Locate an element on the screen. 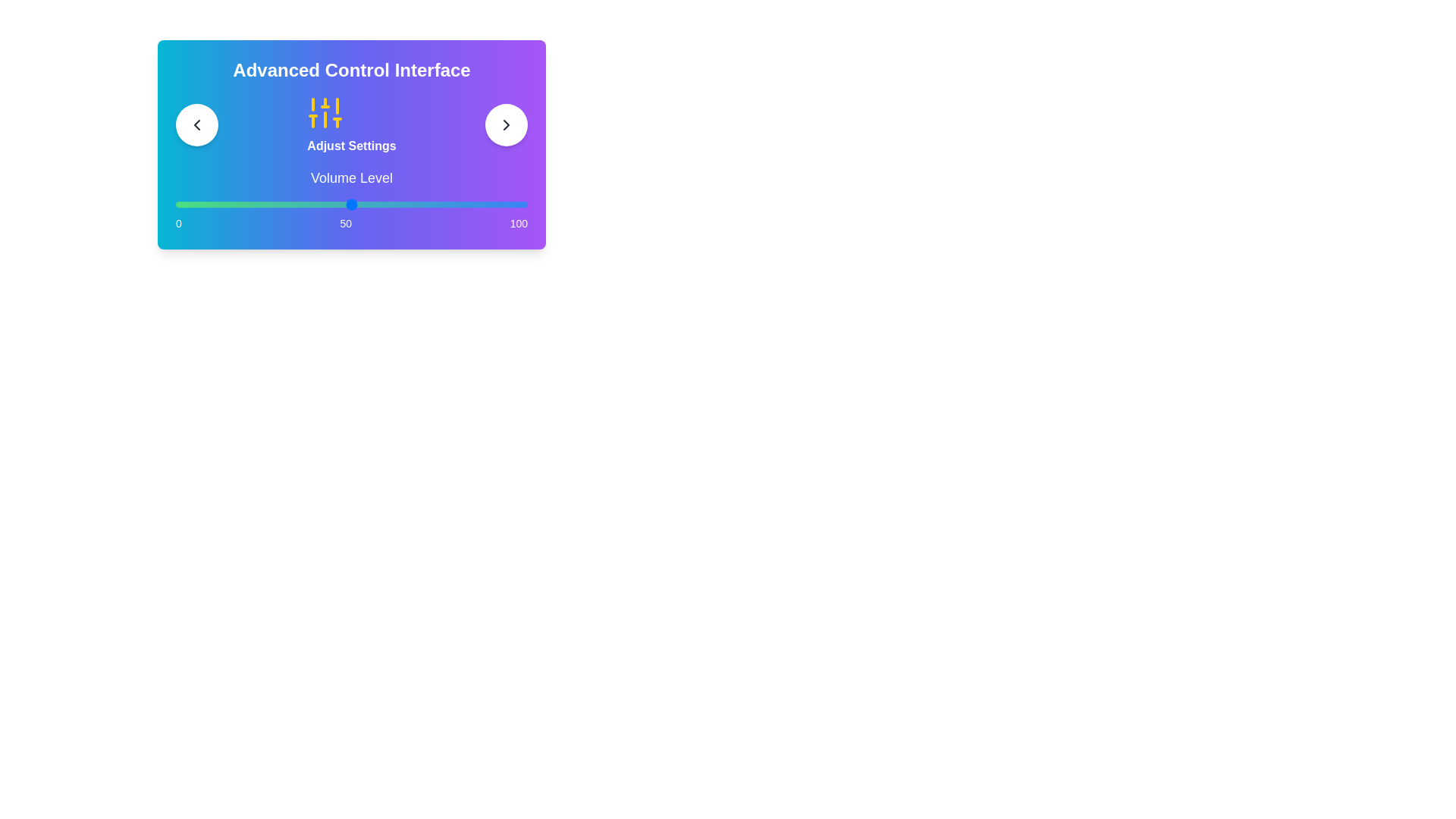 The width and height of the screenshot is (1456, 819). the slider to set the value to 54 is located at coordinates (366, 205).